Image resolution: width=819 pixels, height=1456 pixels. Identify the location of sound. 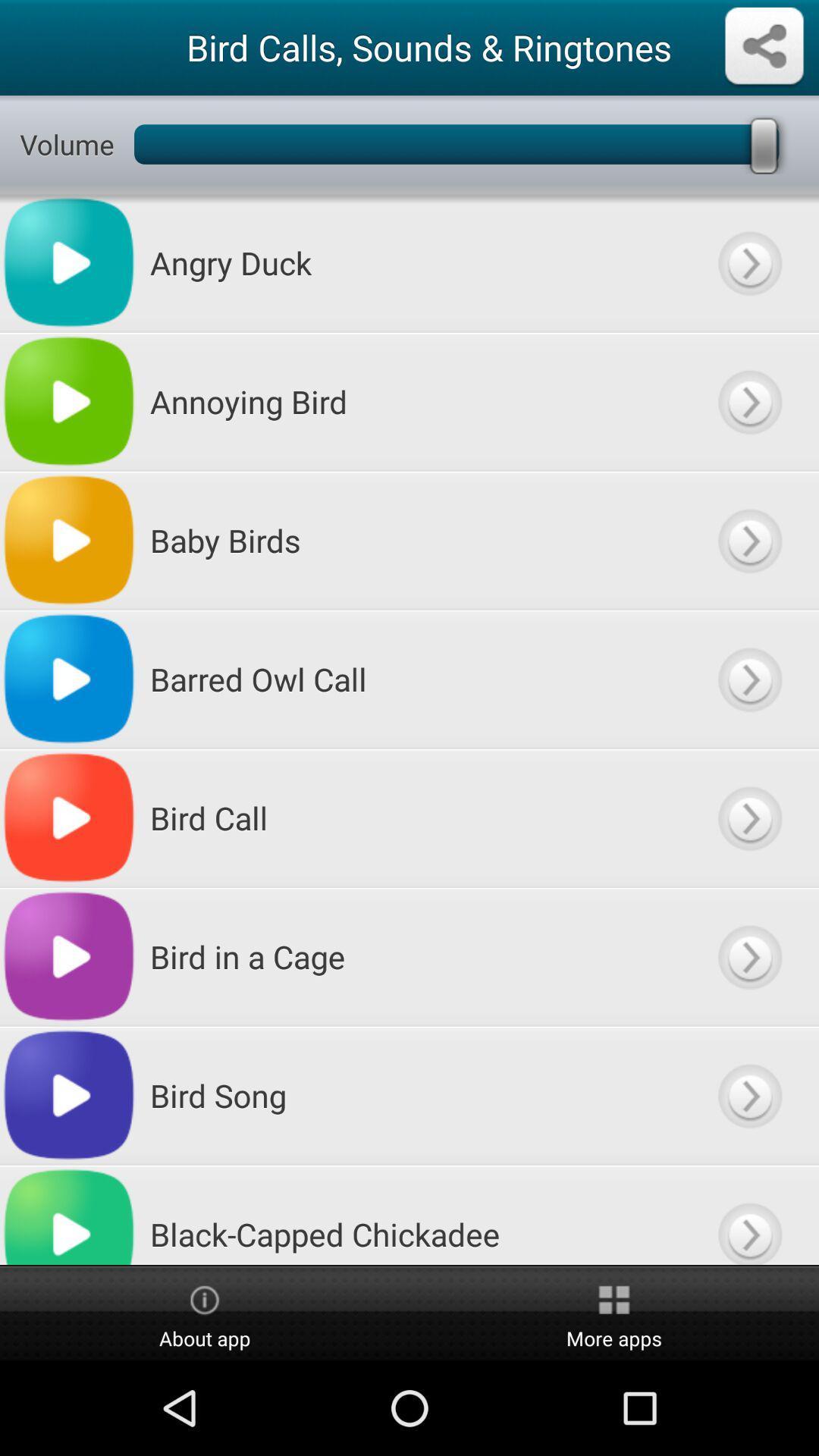
(748, 817).